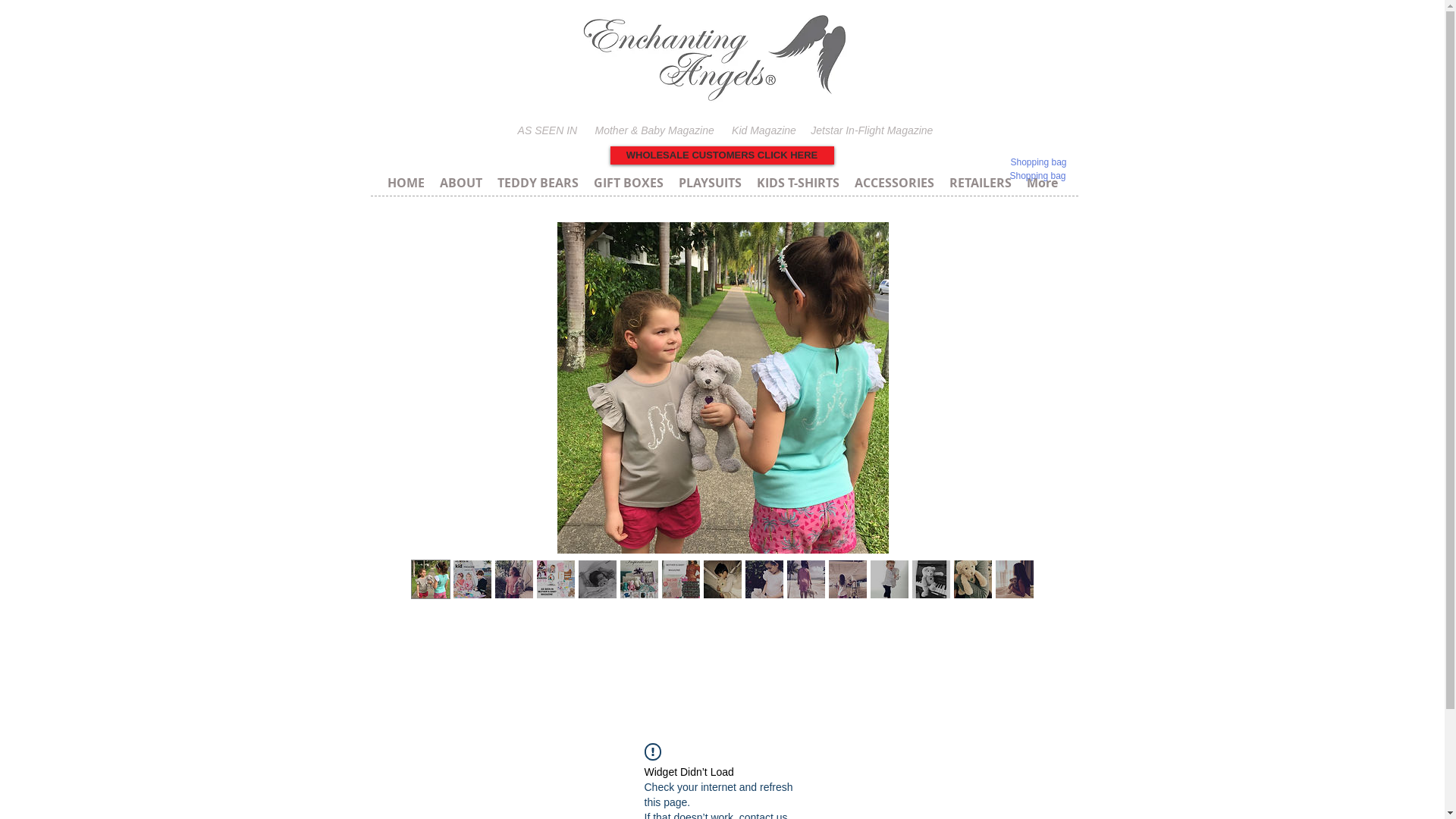 The width and height of the screenshot is (1456, 819). Describe the element at coordinates (405, 180) in the screenshot. I see `'HOME'` at that location.